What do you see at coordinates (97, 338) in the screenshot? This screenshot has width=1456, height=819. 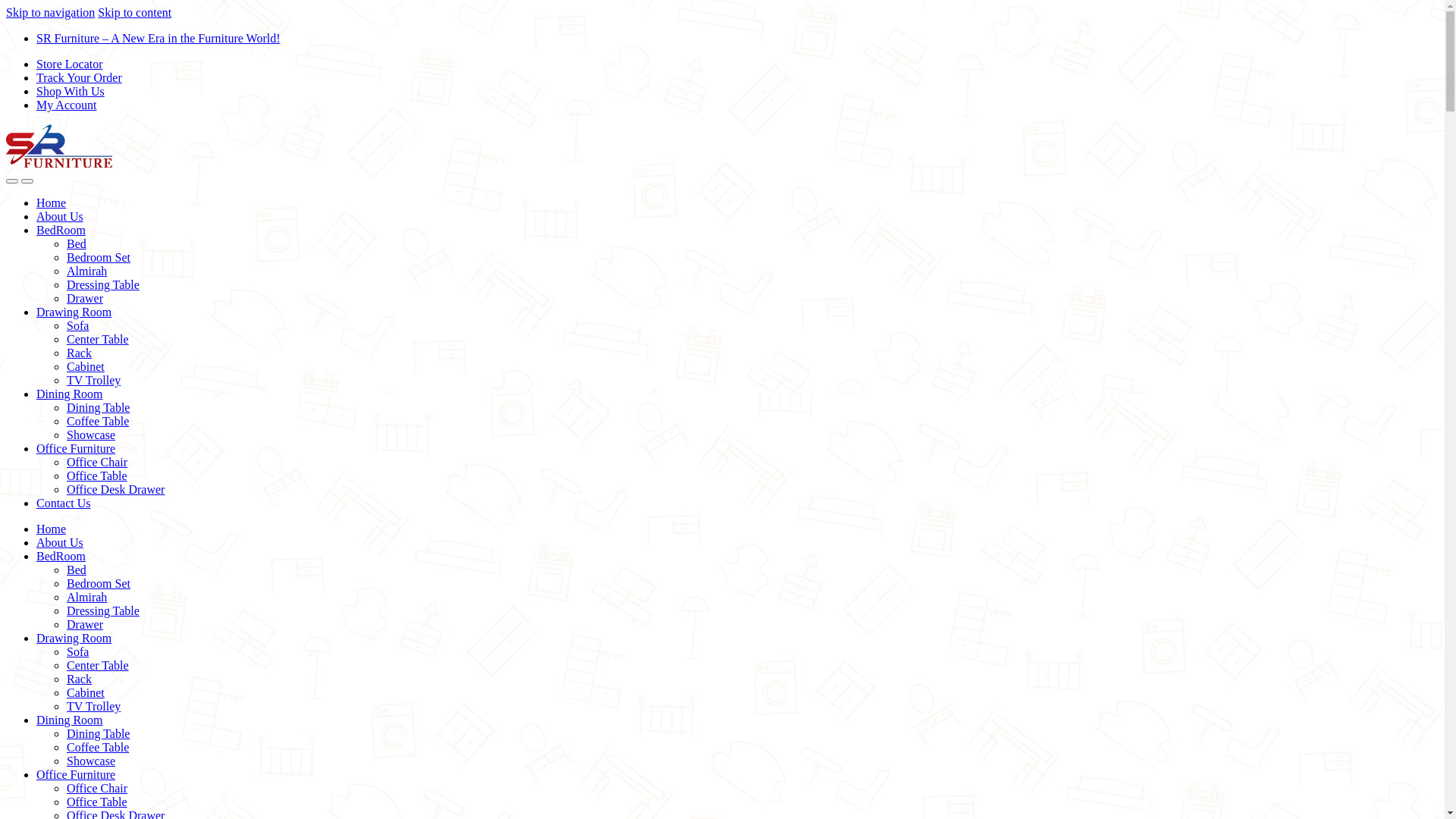 I see `'Center Table'` at bounding box center [97, 338].